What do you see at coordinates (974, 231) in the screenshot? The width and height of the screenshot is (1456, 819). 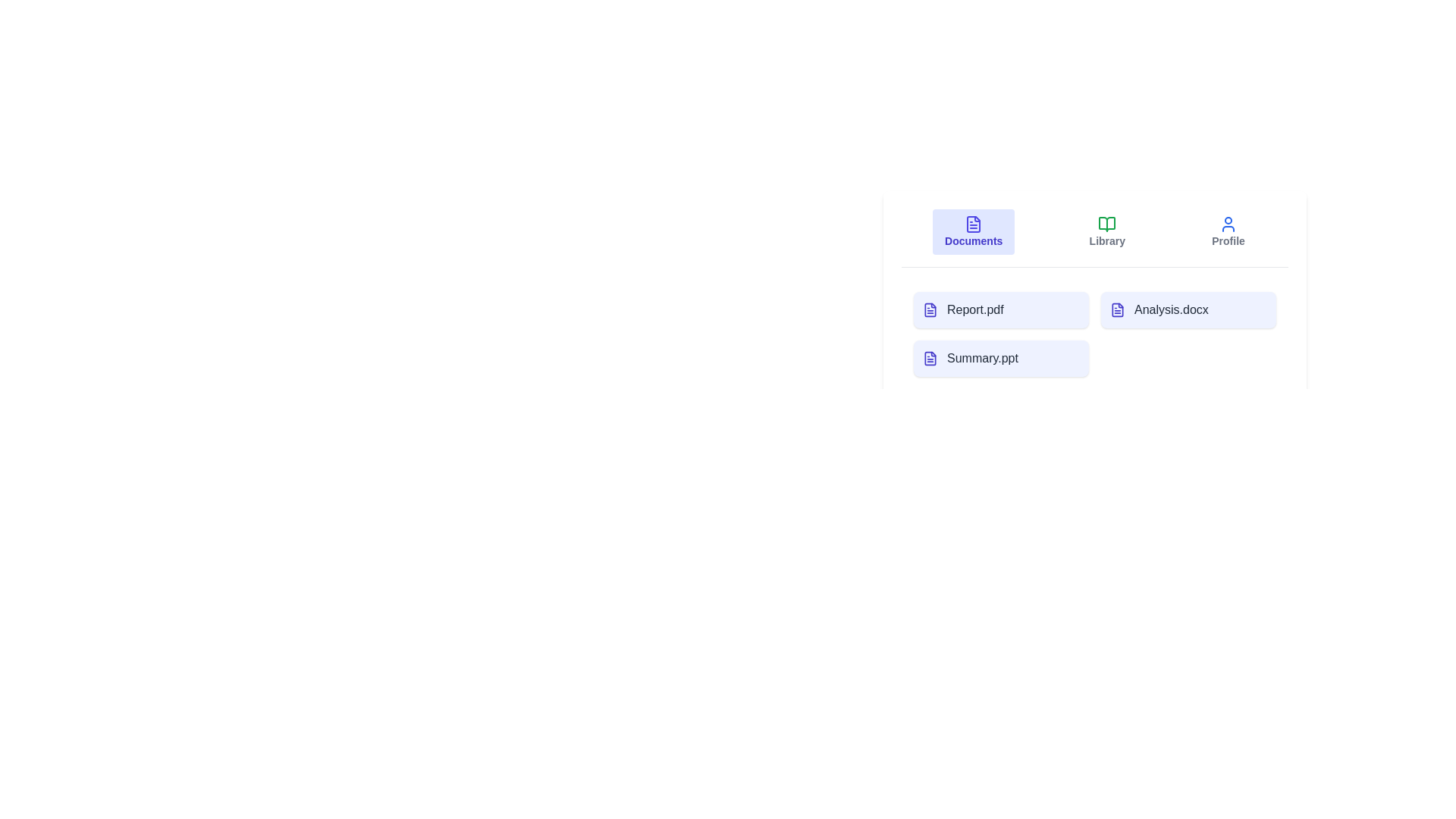 I see `the Documents tab to switch to the corresponding view` at bounding box center [974, 231].